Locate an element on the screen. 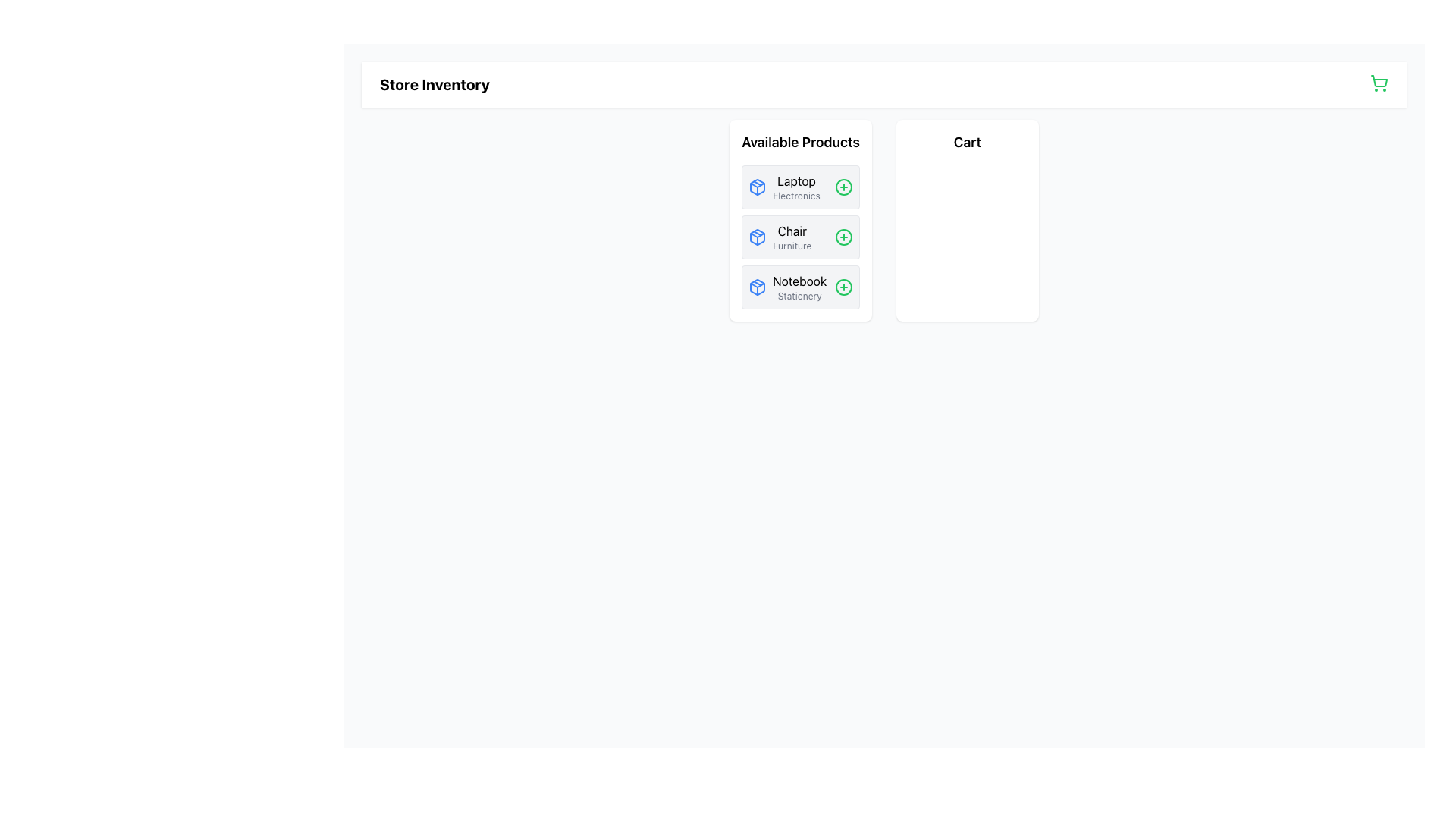 This screenshot has height=819, width=1456. the blue package icon located next to the 'Chair' entry in the 'Available Products' section, which is the second item in the list is located at coordinates (758, 237).